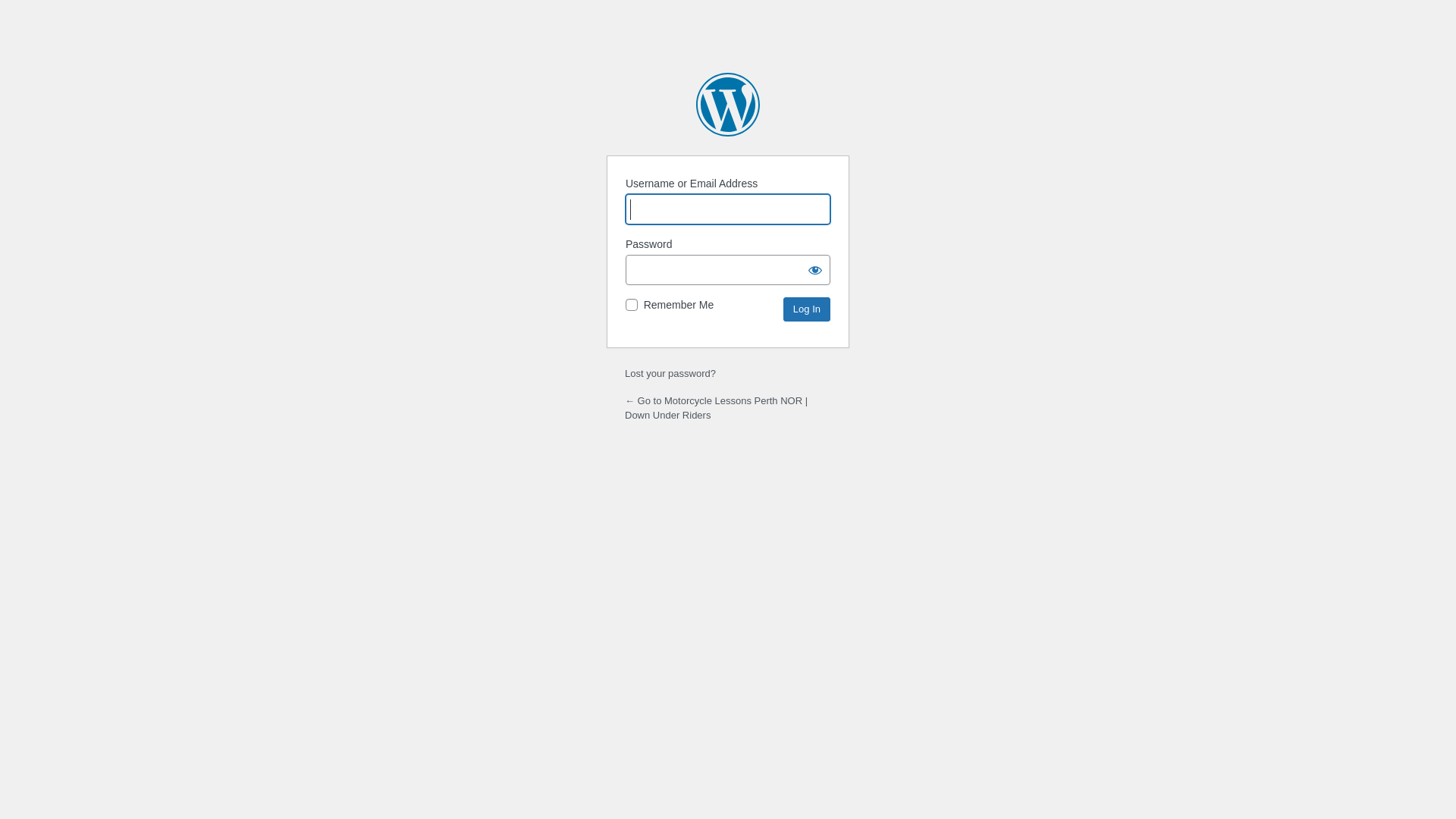 This screenshot has width=1456, height=819. I want to click on 'Lost your password?', so click(669, 373).